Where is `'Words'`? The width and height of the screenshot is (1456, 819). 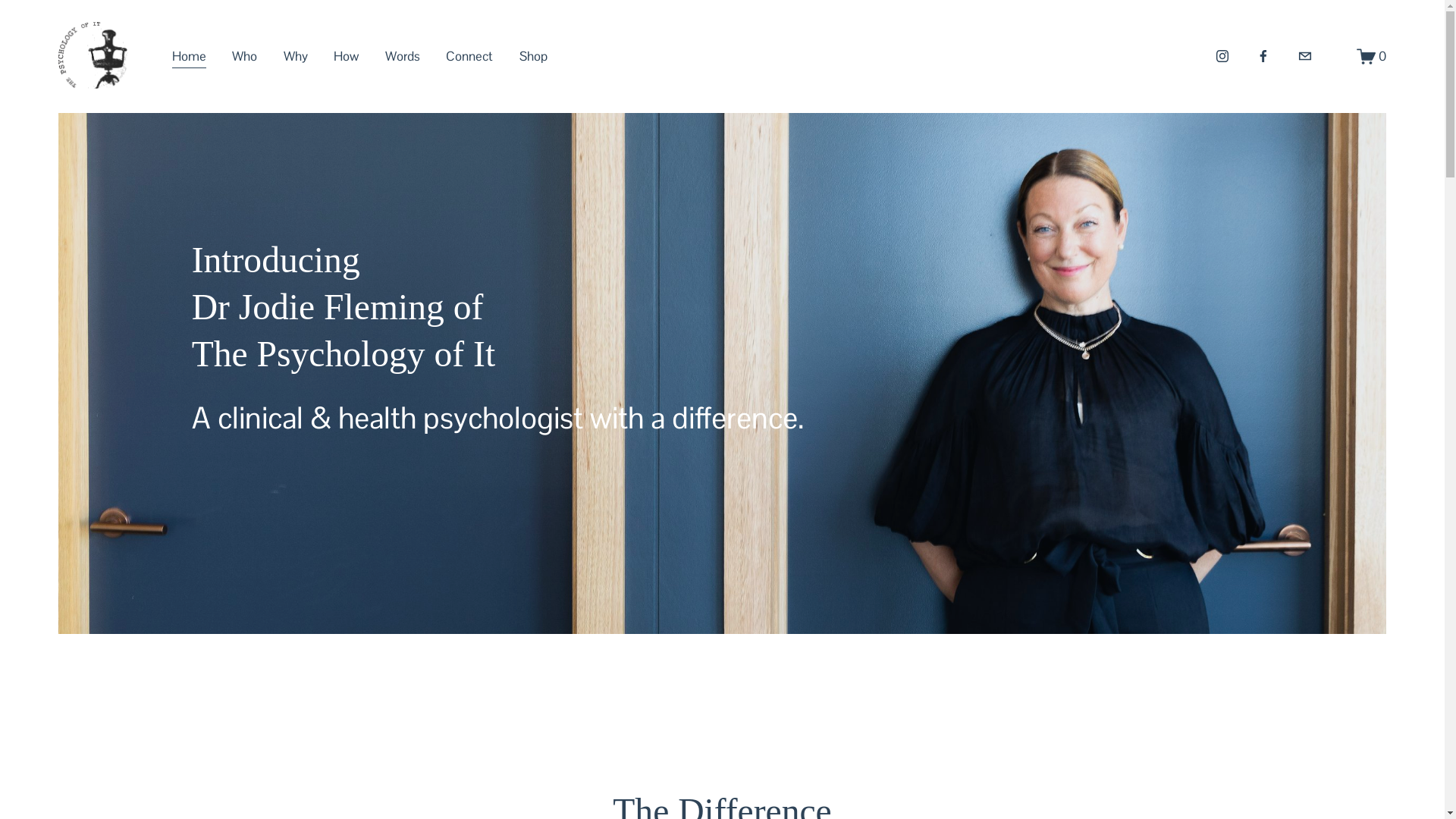
'Words' is located at coordinates (403, 55).